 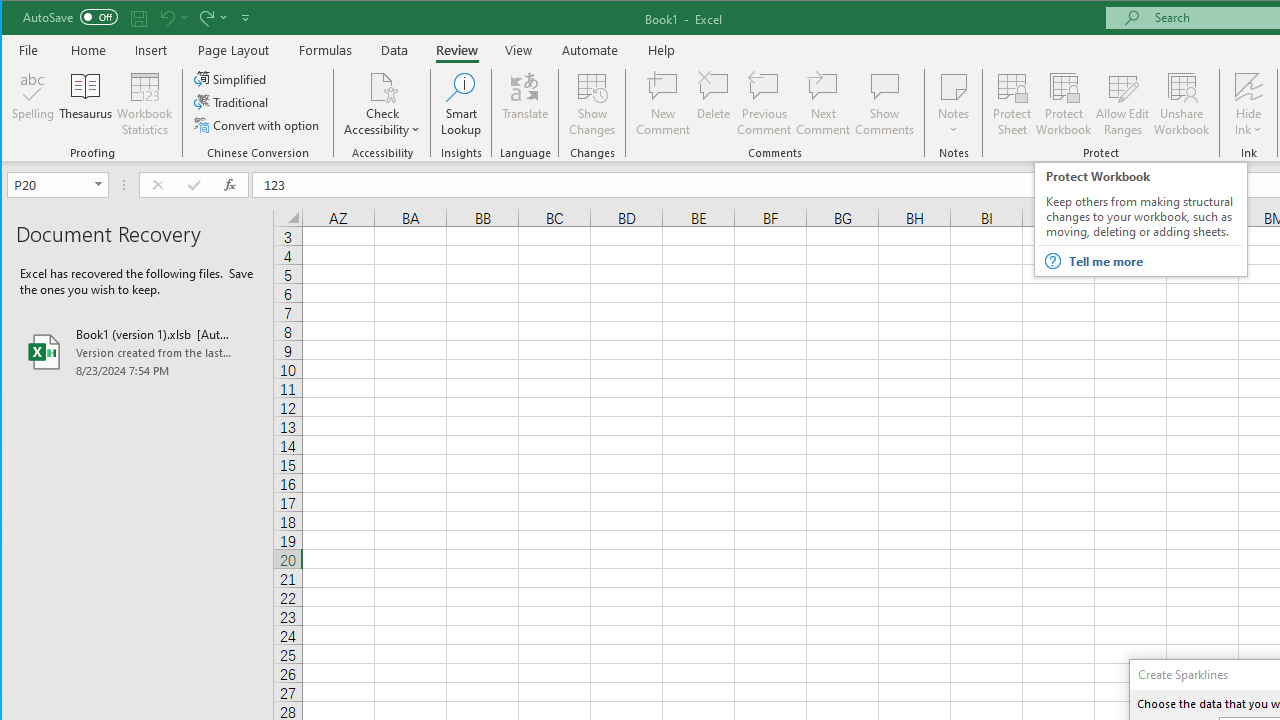 What do you see at coordinates (1051, 260) in the screenshot?
I see `'Class: NetUIImage'` at bounding box center [1051, 260].